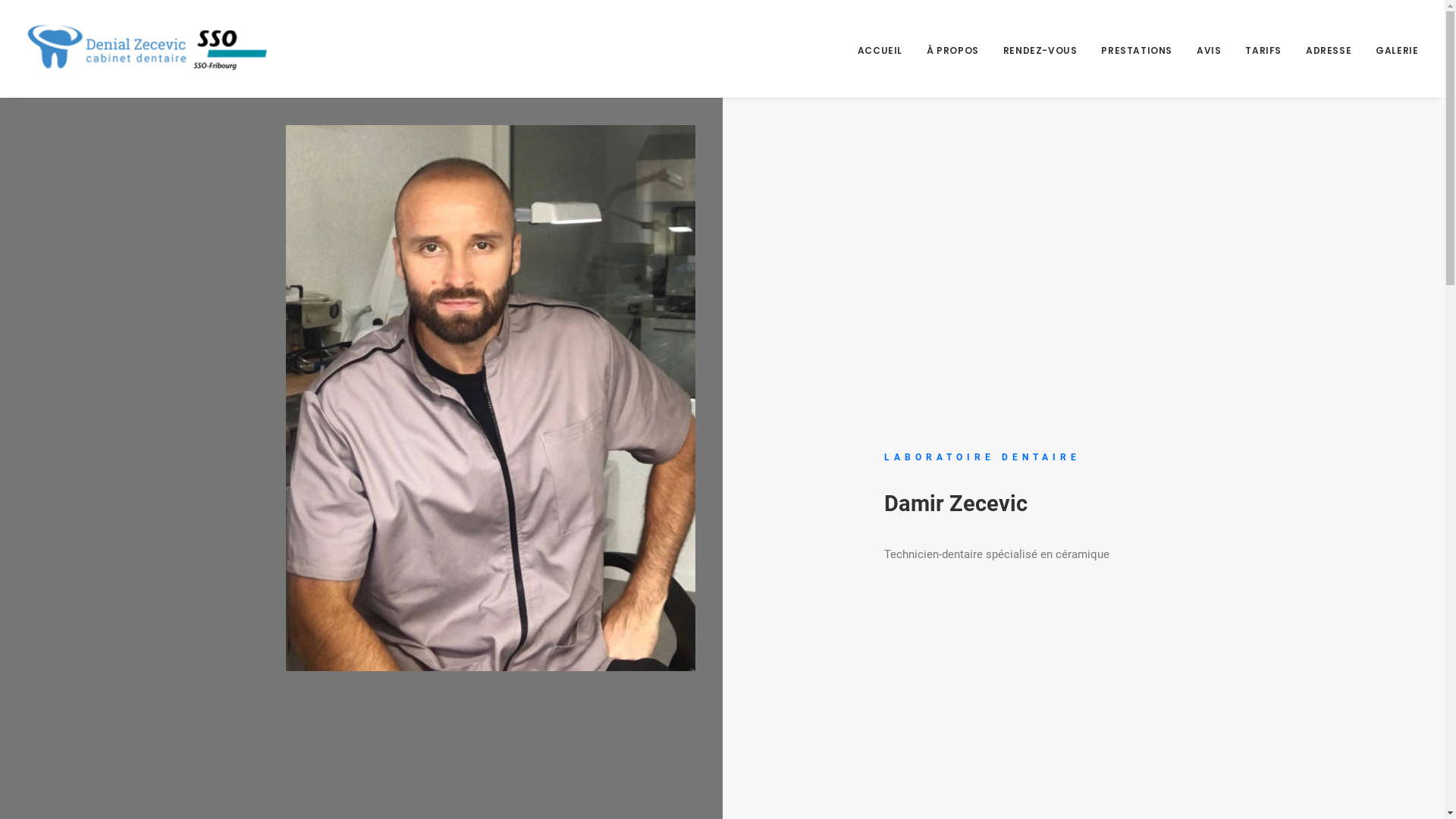  Describe the element at coordinates (1040, 48) in the screenshot. I see `'RENDEZ-VOUS'` at that location.